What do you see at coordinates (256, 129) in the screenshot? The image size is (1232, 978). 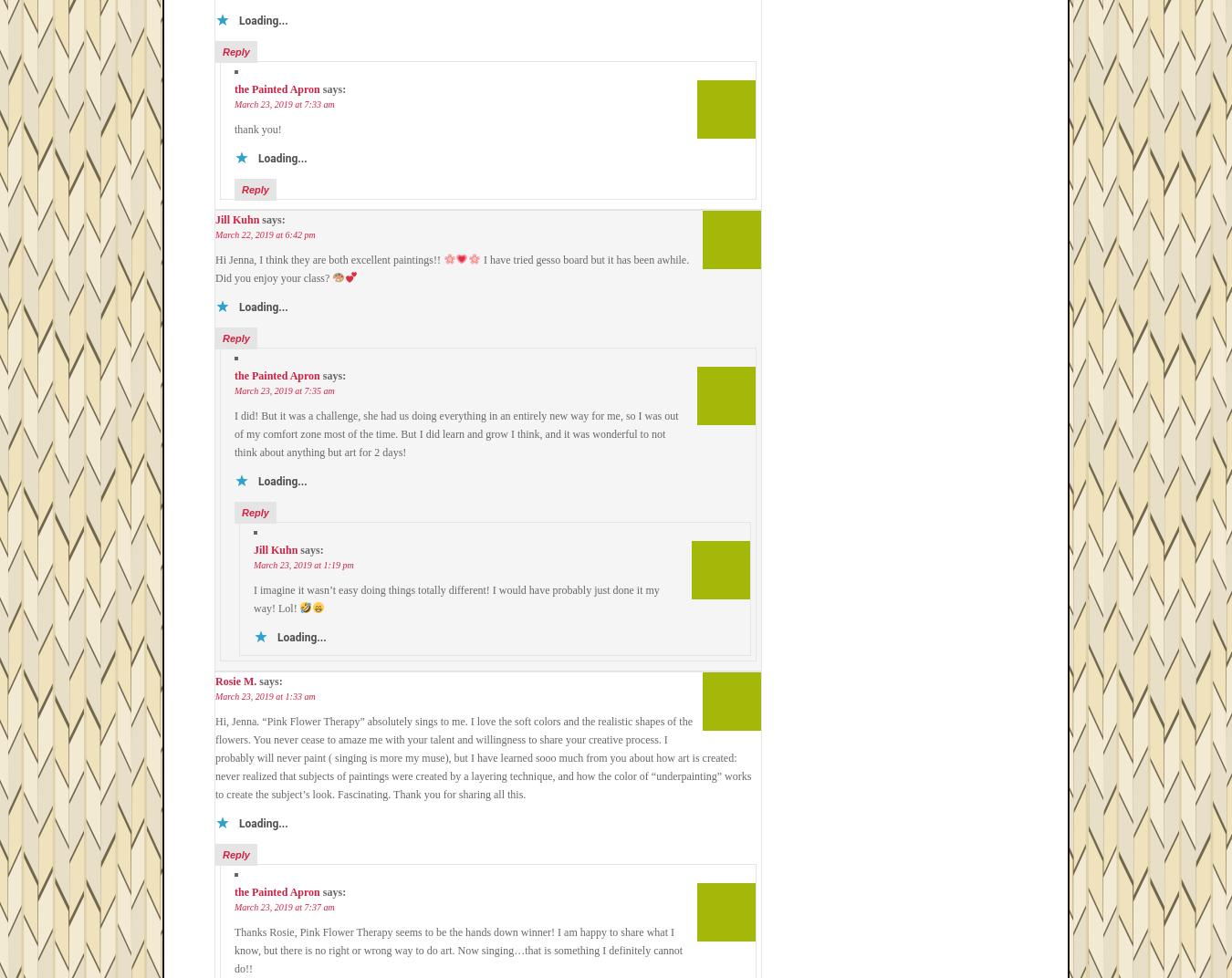 I see `'thank you!'` at bounding box center [256, 129].